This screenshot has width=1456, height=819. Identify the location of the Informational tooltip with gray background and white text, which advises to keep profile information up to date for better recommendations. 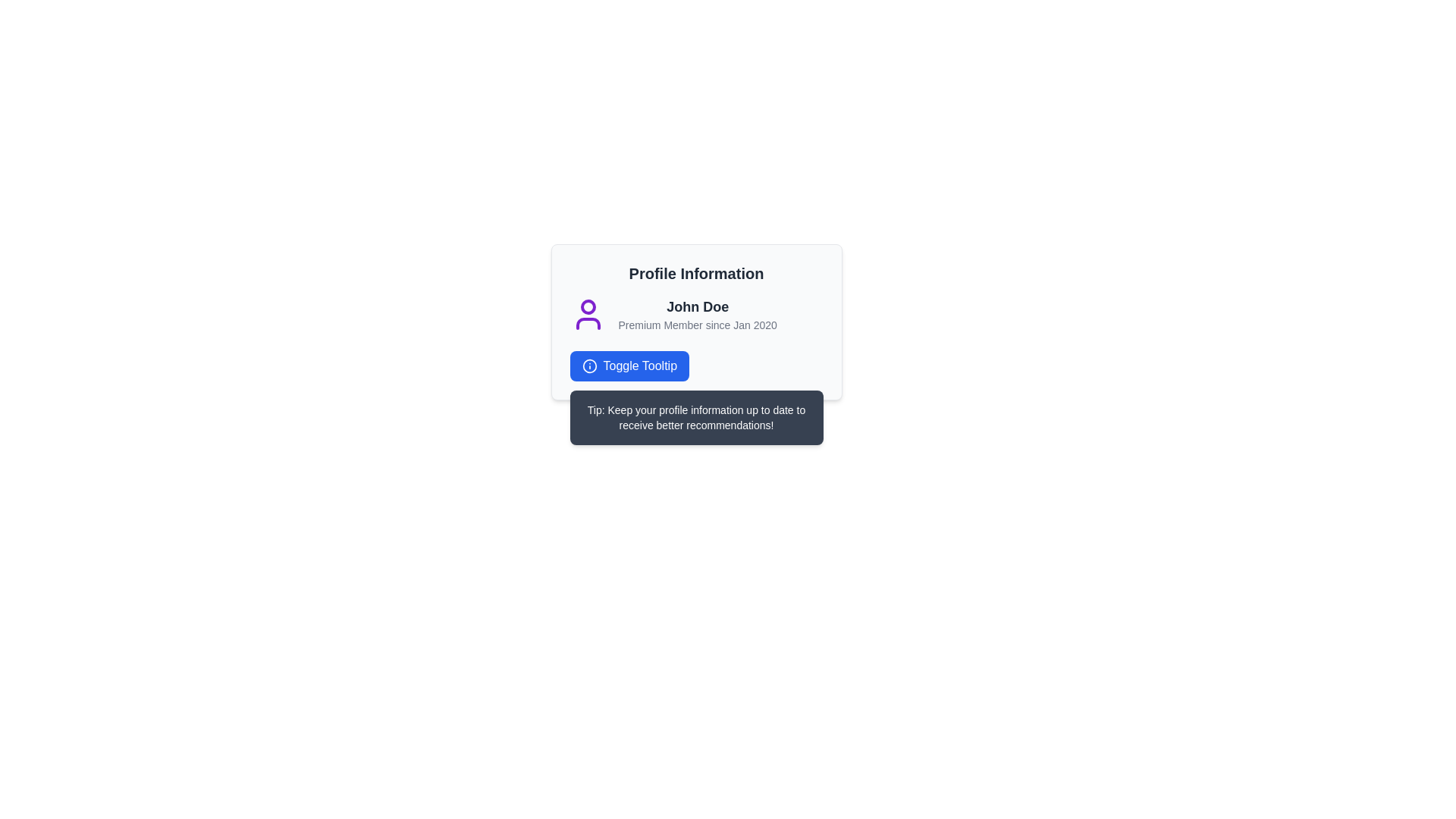
(695, 418).